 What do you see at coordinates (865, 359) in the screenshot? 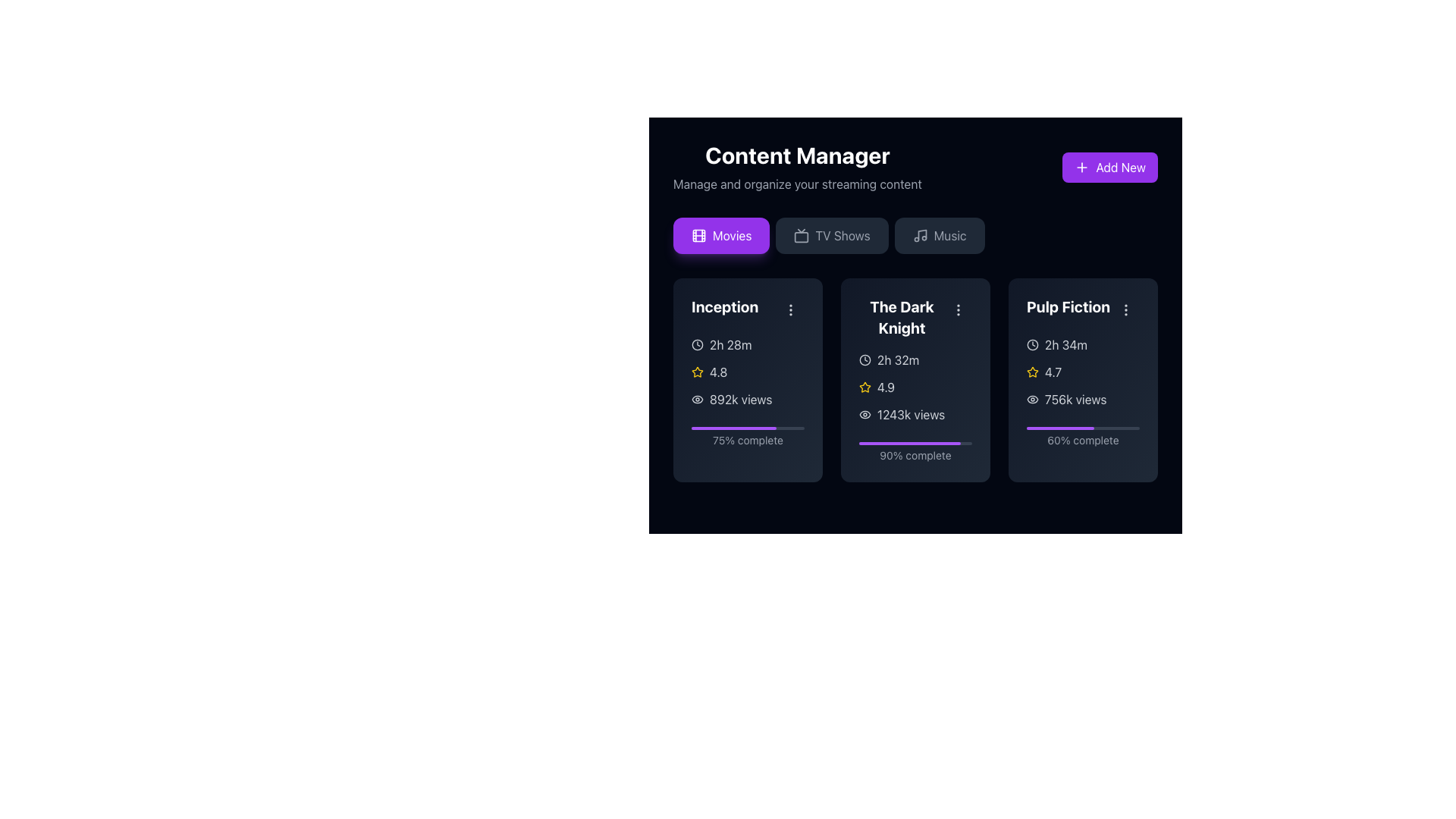
I see `the movie duration icon located at the top-left corner of the card titled 'The Dark Knight', adjacent to the text '2h 32m'` at bounding box center [865, 359].